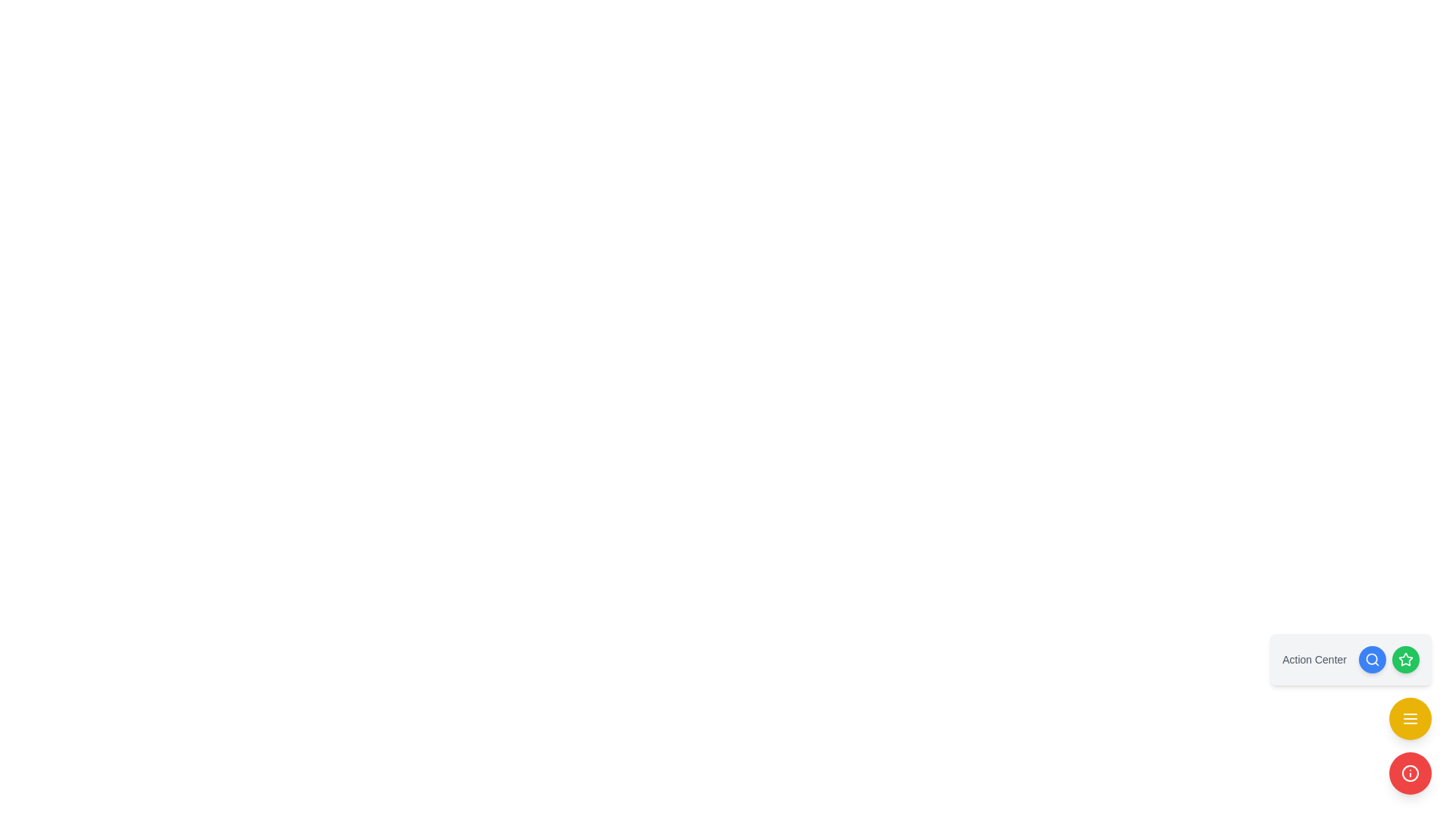  What do you see at coordinates (1389, 659) in the screenshot?
I see `the blue circular button with a magnifying glass icon in the Action Center to initiate search` at bounding box center [1389, 659].